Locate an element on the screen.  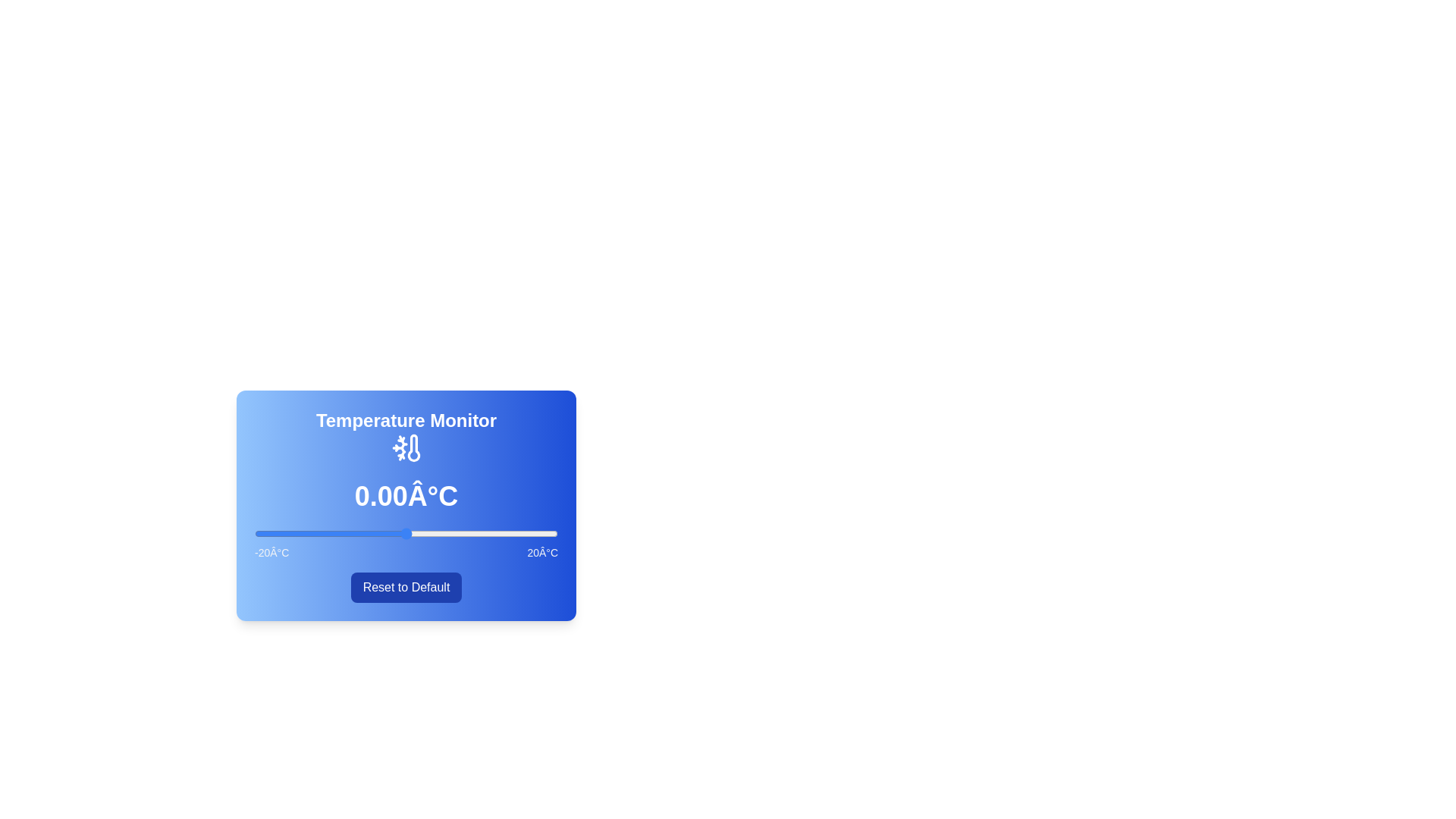
the temperature slider to -17 degrees Celsius is located at coordinates (277, 533).